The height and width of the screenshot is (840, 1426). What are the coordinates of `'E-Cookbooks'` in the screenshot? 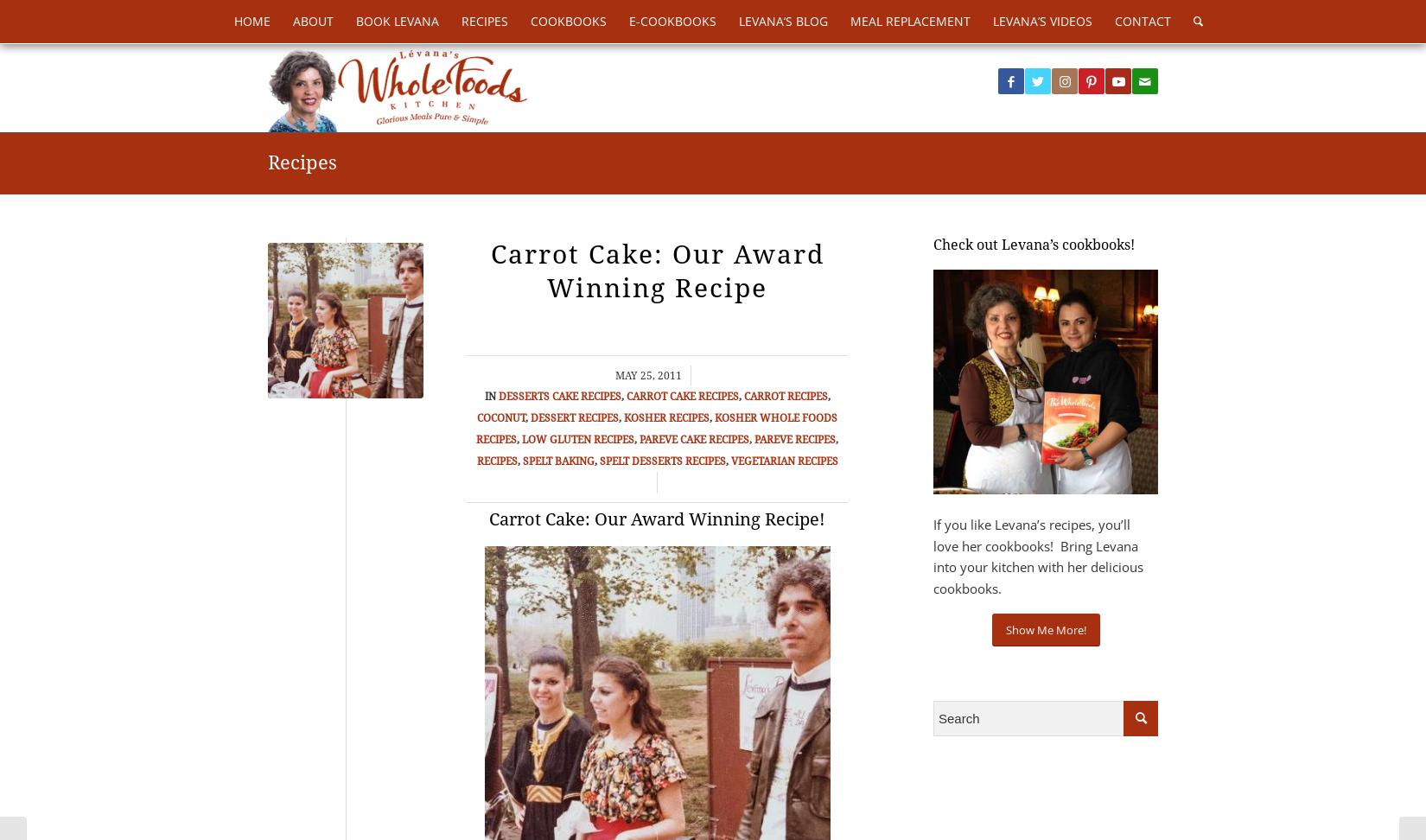 It's located at (627, 21).